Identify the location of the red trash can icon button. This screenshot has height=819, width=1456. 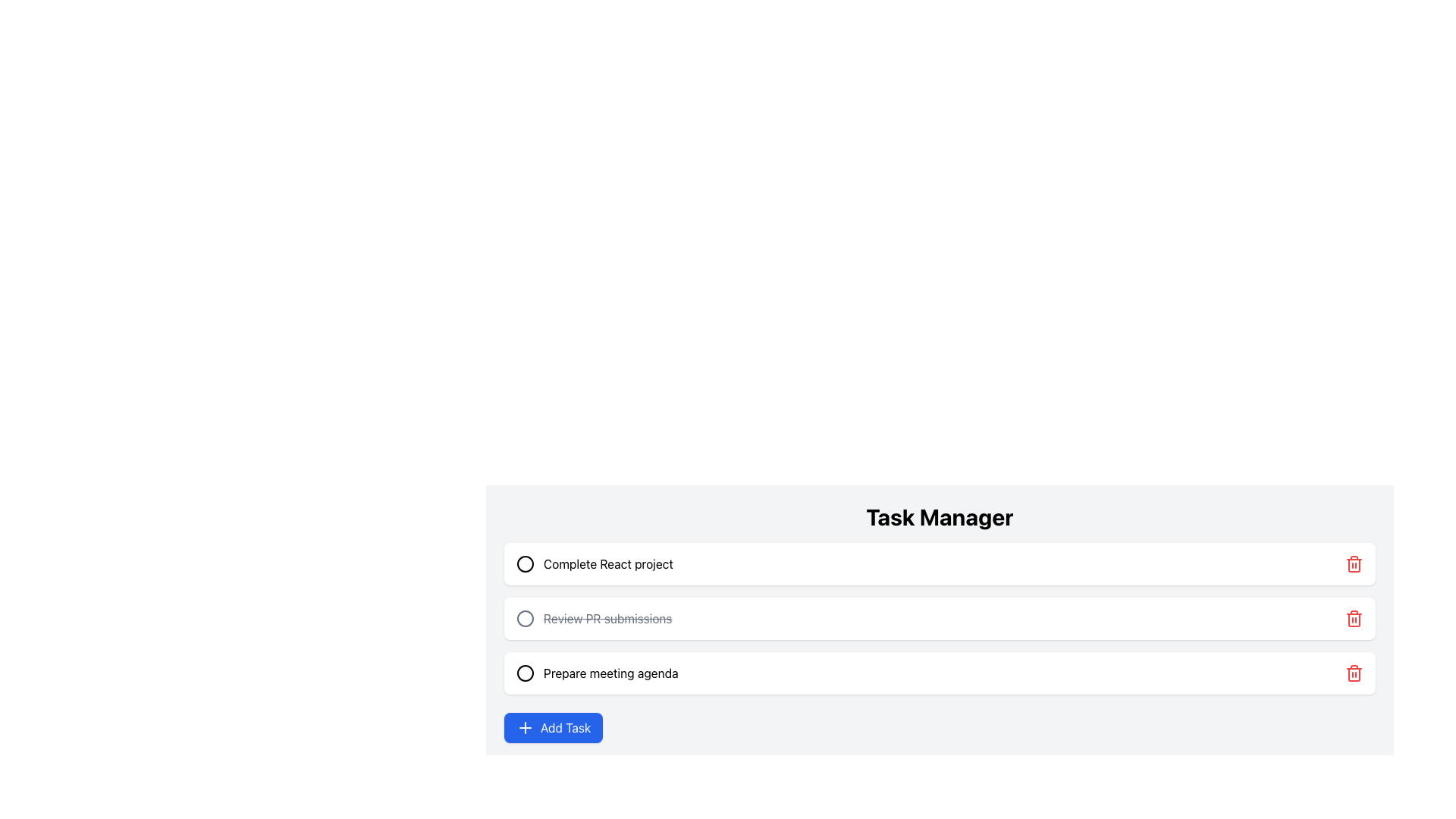
(1354, 619).